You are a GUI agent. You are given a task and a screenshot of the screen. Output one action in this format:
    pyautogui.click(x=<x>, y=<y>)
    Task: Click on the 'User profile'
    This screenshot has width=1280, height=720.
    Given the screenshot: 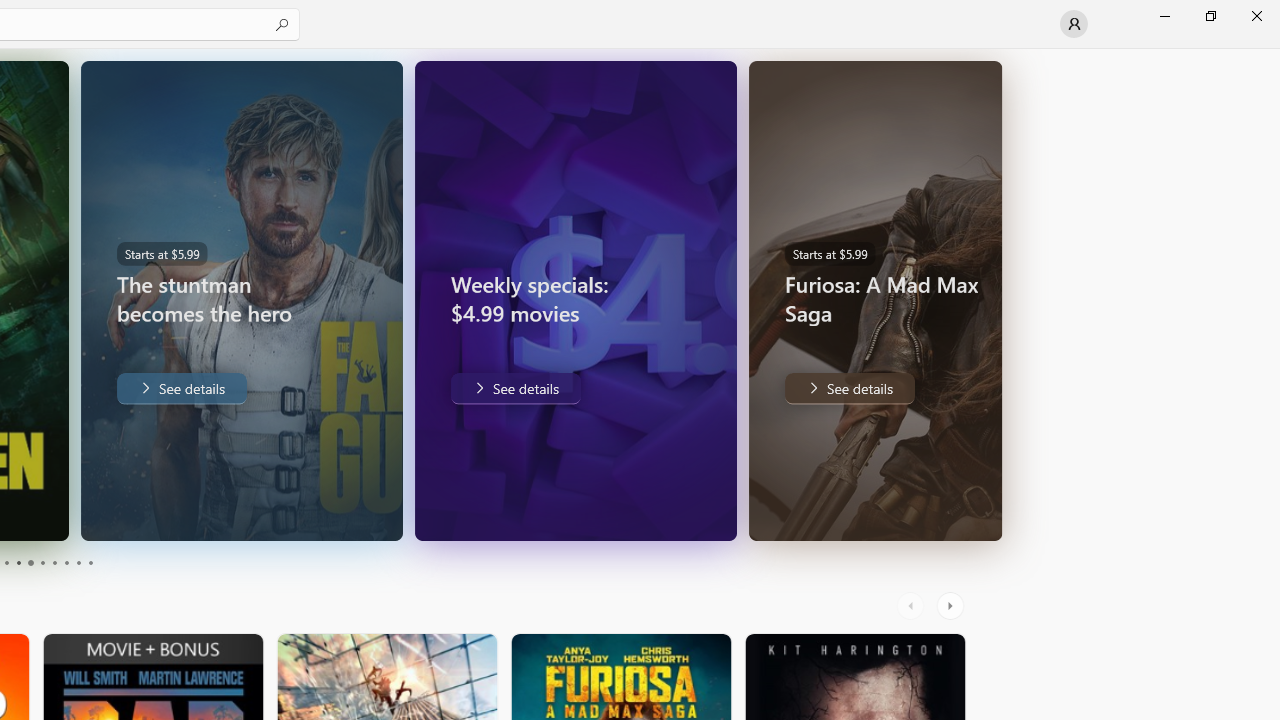 What is the action you would take?
    pyautogui.click(x=1072, y=24)
    